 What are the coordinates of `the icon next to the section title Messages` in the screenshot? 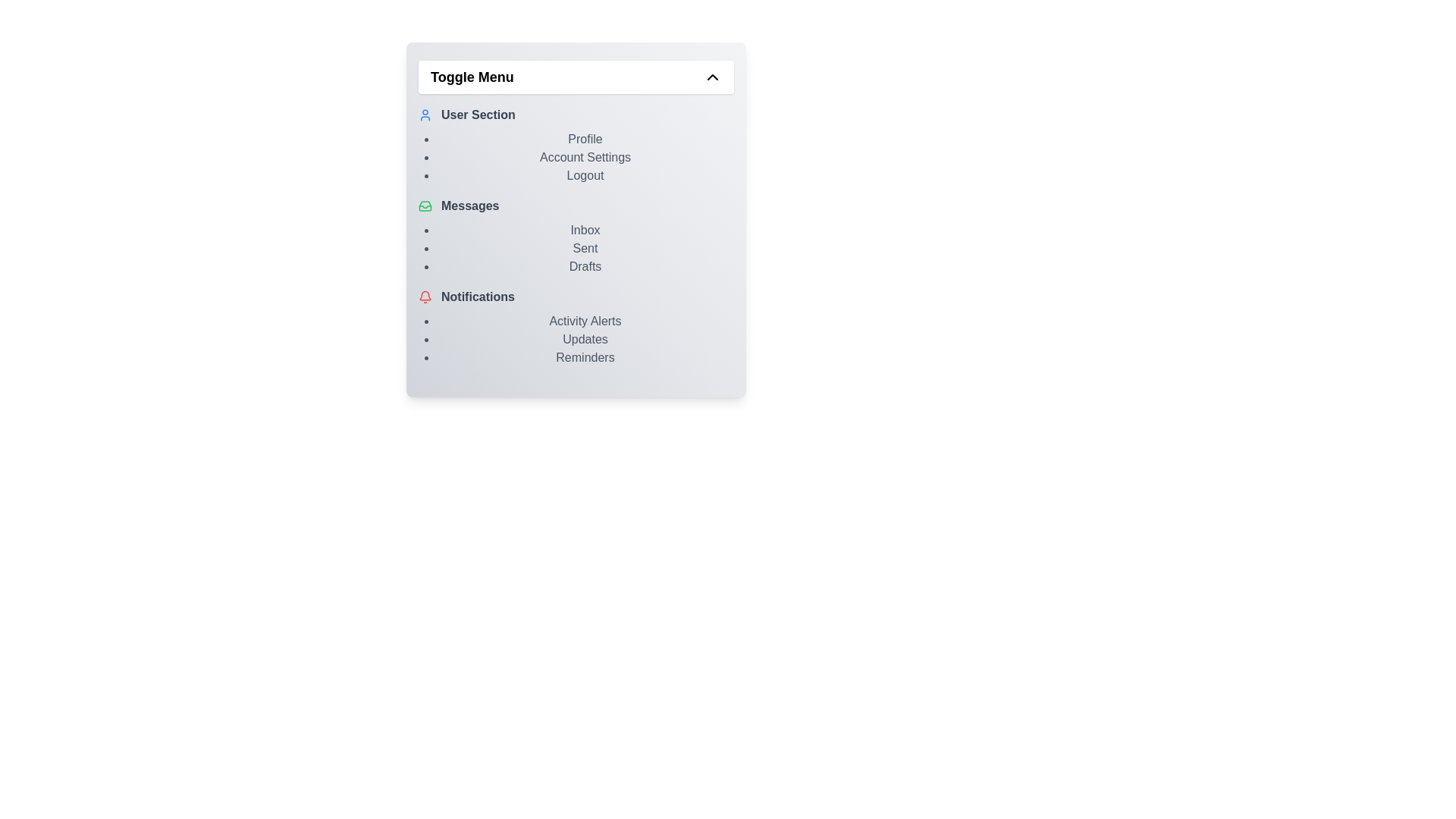 It's located at (425, 206).